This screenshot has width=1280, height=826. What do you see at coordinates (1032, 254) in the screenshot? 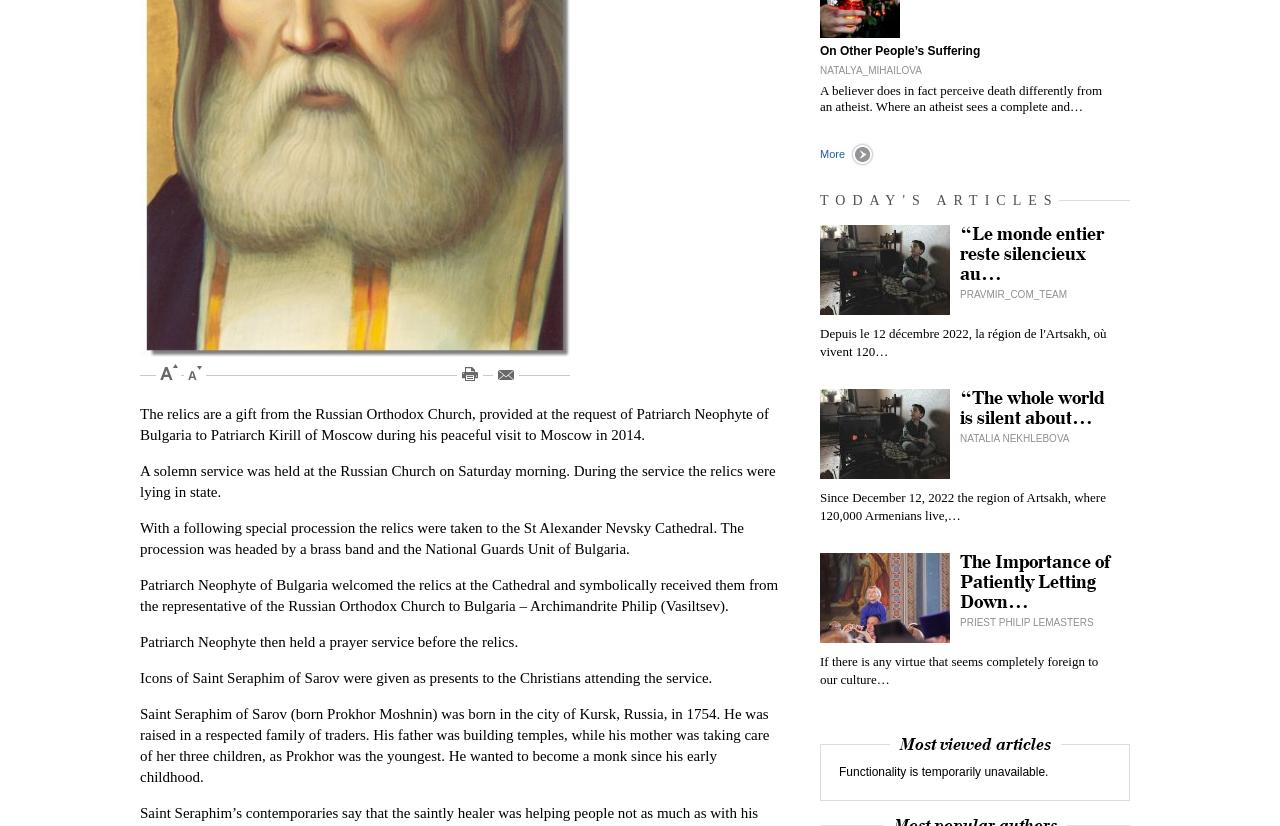
I see `'“Le monde entier reste silencieux au…'` at bounding box center [1032, 254].